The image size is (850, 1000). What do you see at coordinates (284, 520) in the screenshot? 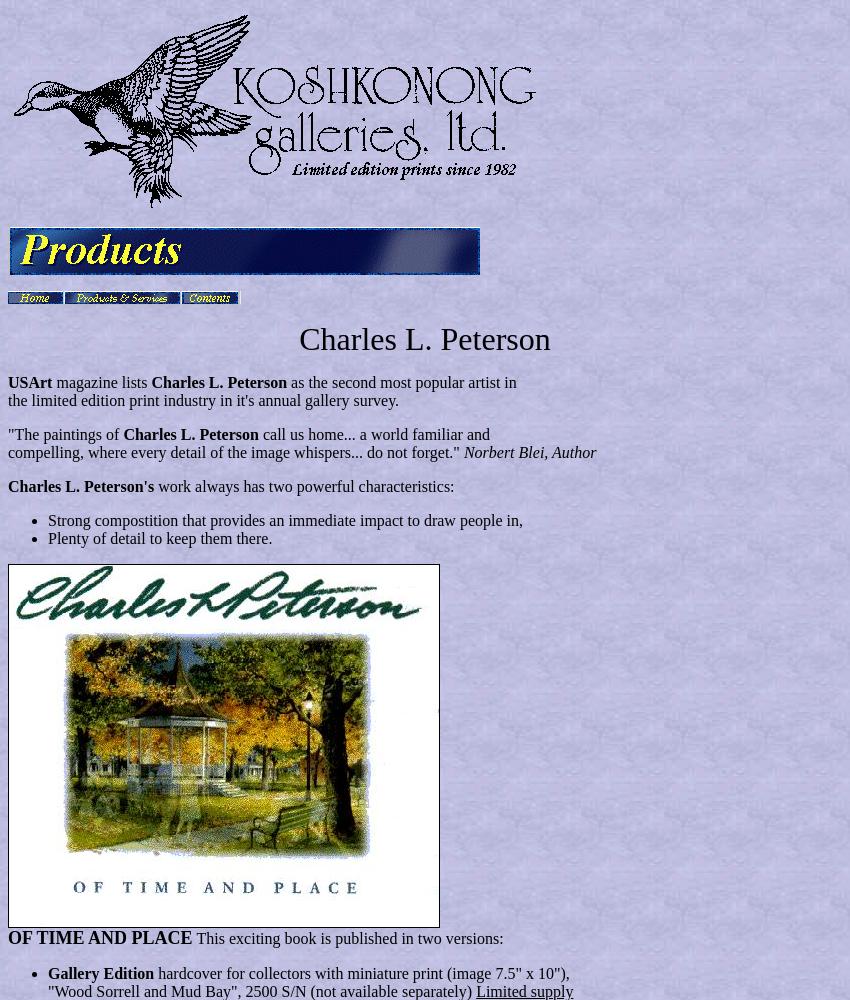
I see `'Strong compostition that provides an immediate impact to
        draw people in,'` at bounding box center [284, 520].